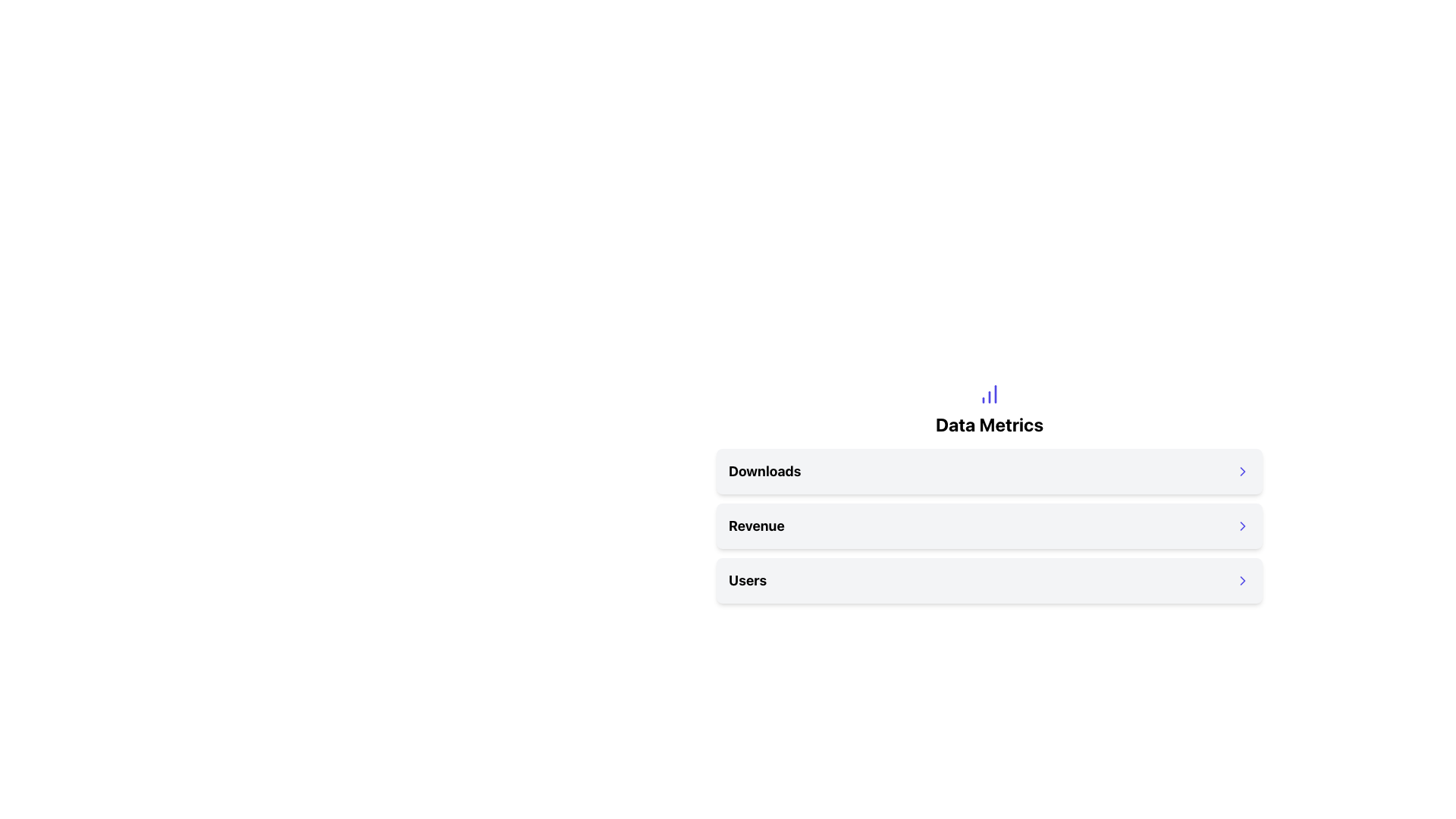 This screenshot has height=819, width=1456. What do you see at coordinates (990, 424) in the screenshot?
I see `the header text element that displays 'Data Metrics', which is styled in a large and bold font, positioned below a chart icon and above list items labeled 'Downloads,' 'Revenue,' and 'Users.'` at bounding box center [990, 424].